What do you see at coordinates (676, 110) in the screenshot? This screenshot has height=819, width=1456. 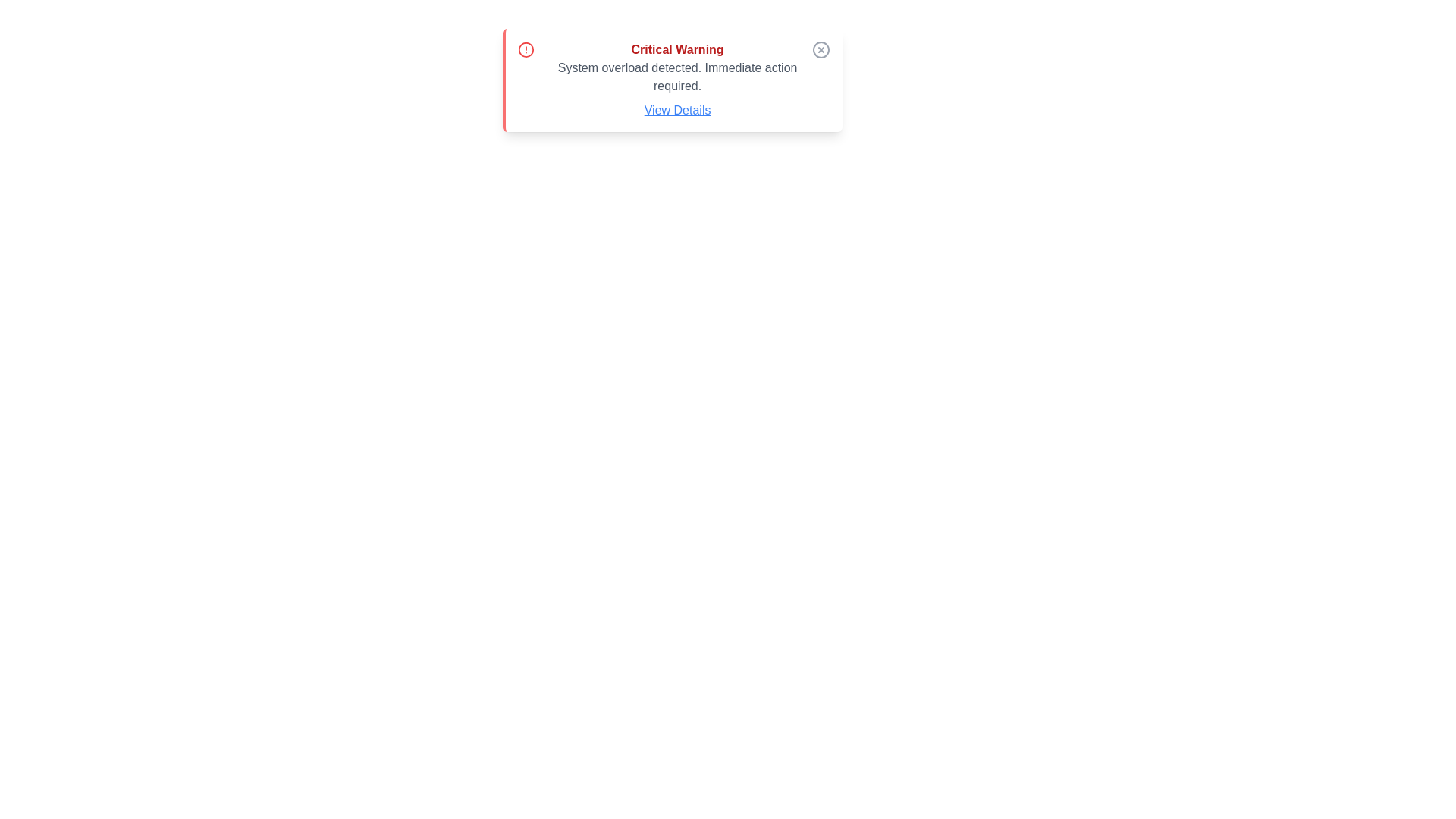 I see `the hyperlink located at the bottom of the critical warning box` at bounding box center [676, 110].